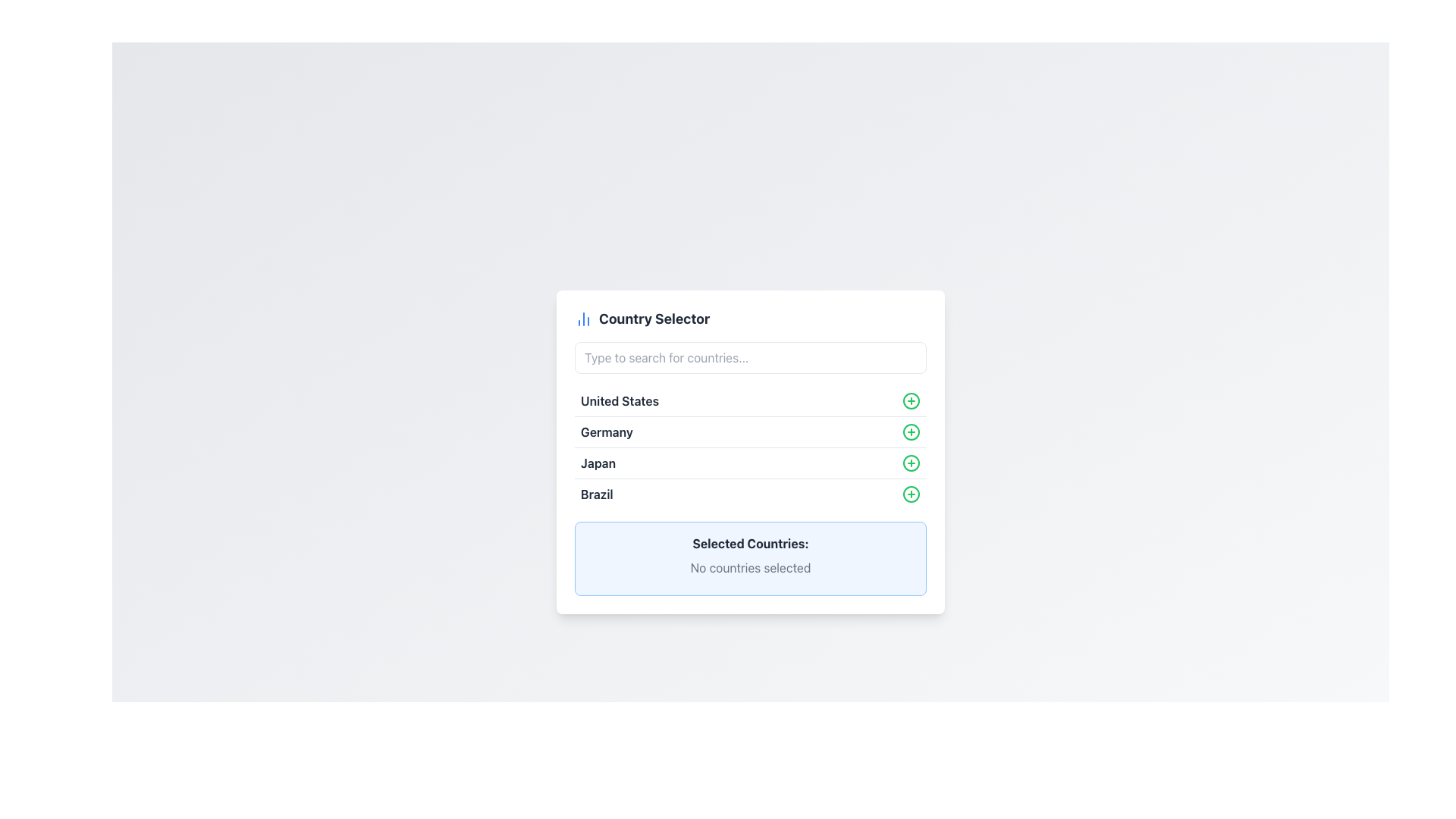 The width and height of the screenshot is (1456, 819). Describe the element at coordinates (910, 462) in the screenshot. I see `the central circular shape of the '+' icon next to the 'Japan' entry in the list` at that location.